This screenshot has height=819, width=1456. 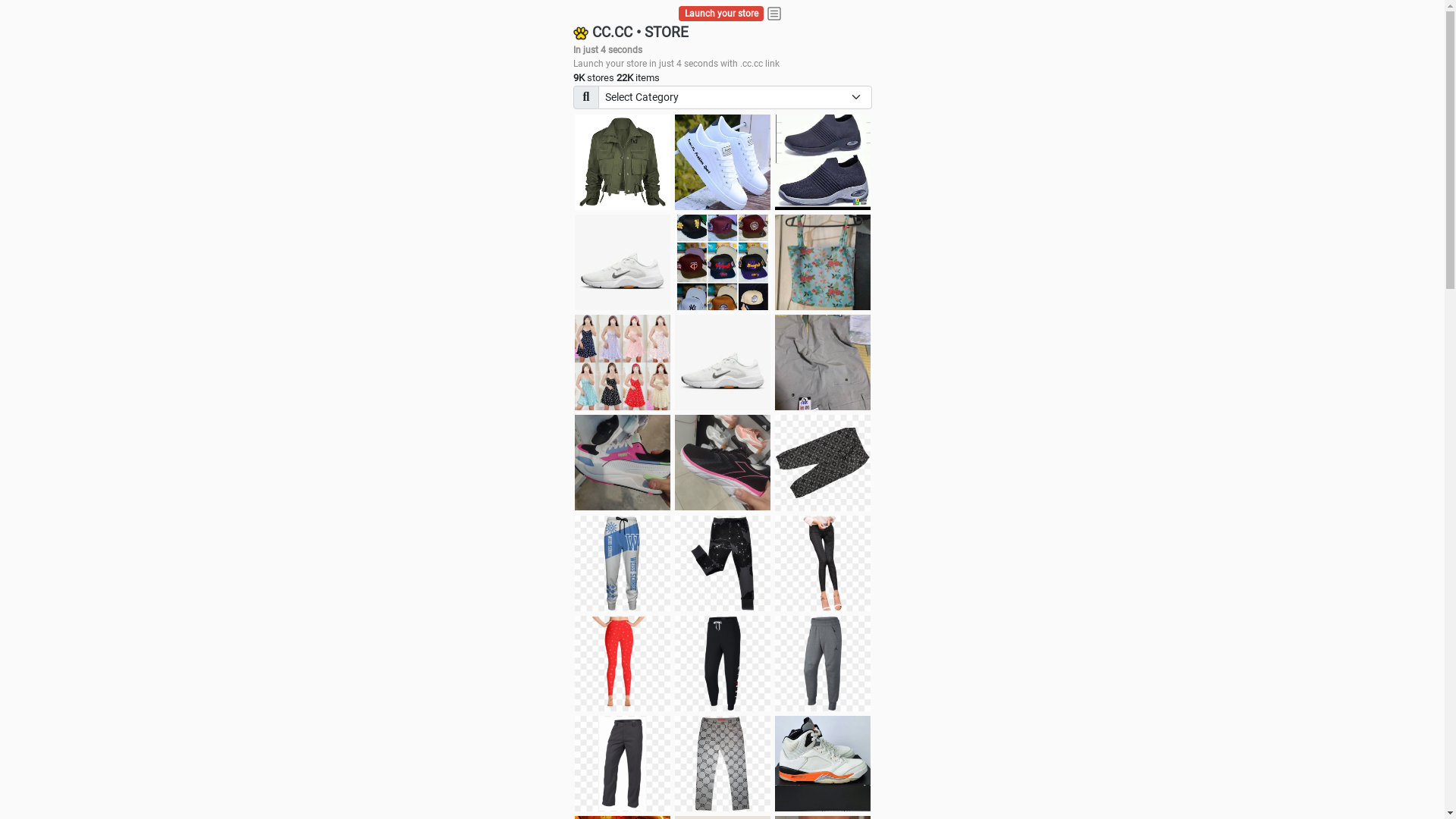 What do you see at coordinates (775, 162) in the screenshot?
I see `'shoes for boys'` at bounding box center [775, 162].